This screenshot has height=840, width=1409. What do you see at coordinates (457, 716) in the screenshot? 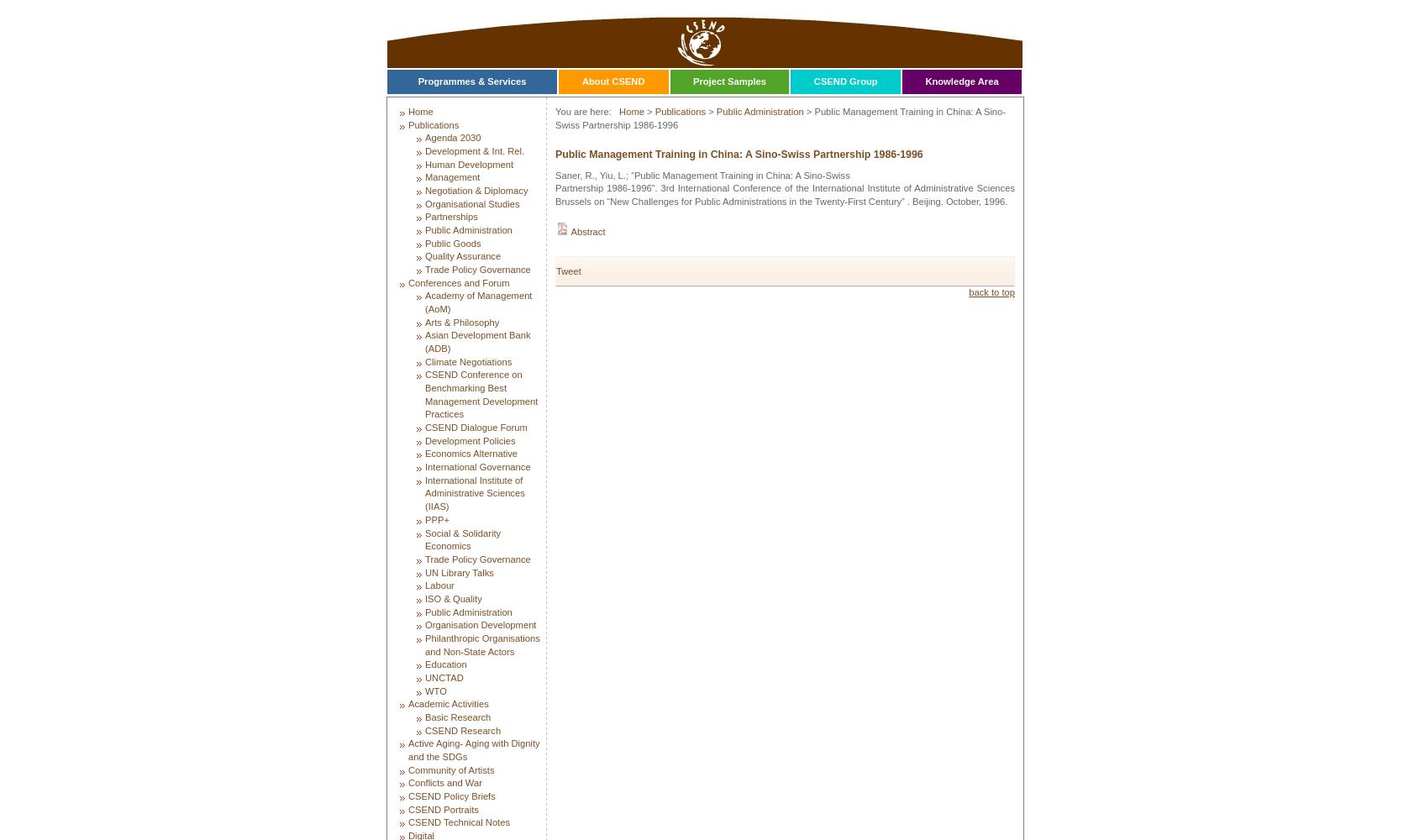
I see `'Basic Research'` at bounding box center [457, 716].